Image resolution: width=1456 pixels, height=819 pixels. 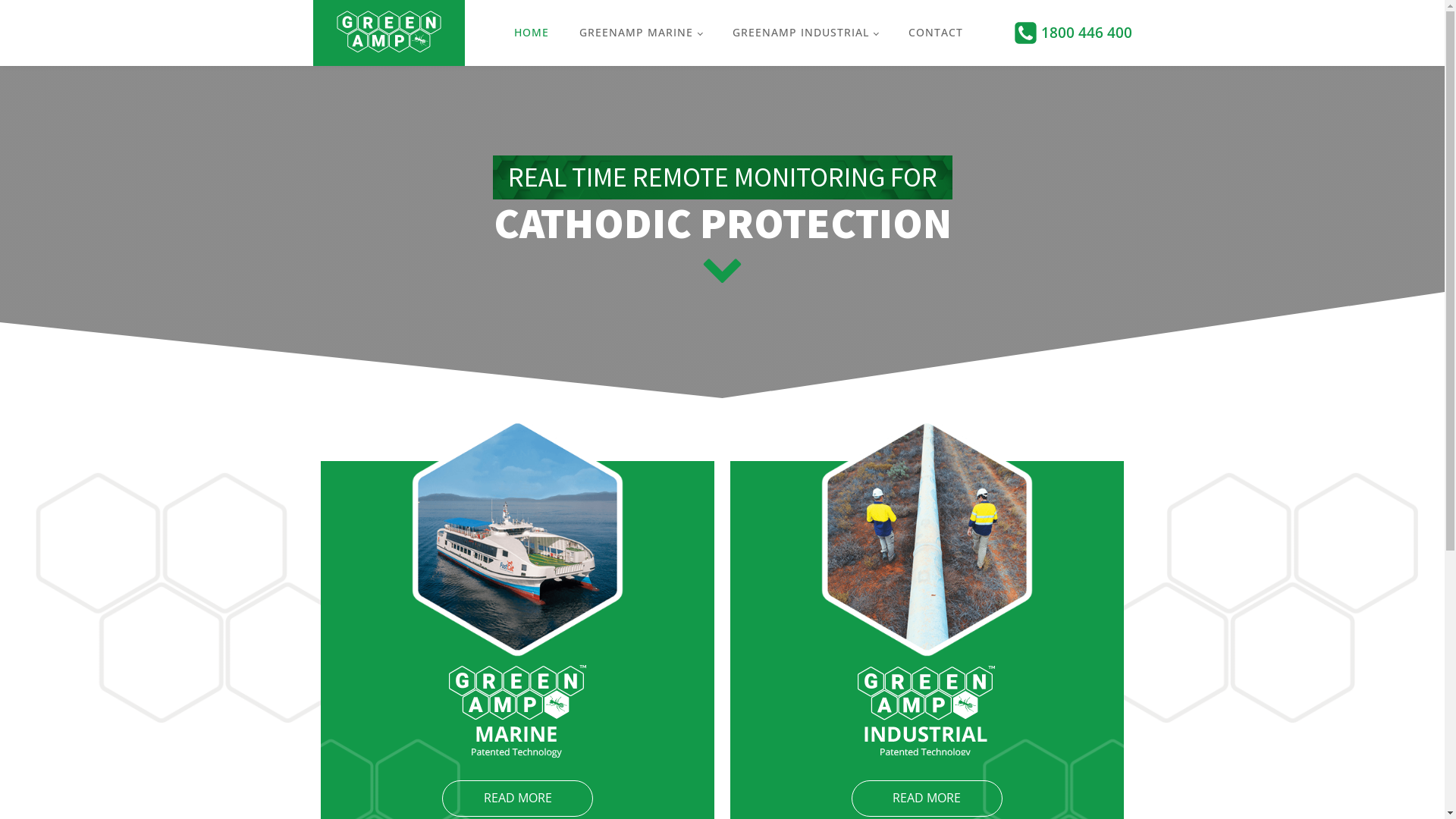 I want to click on 'GREENAMP INDUSTRIAL', so click(x=716, y=32).